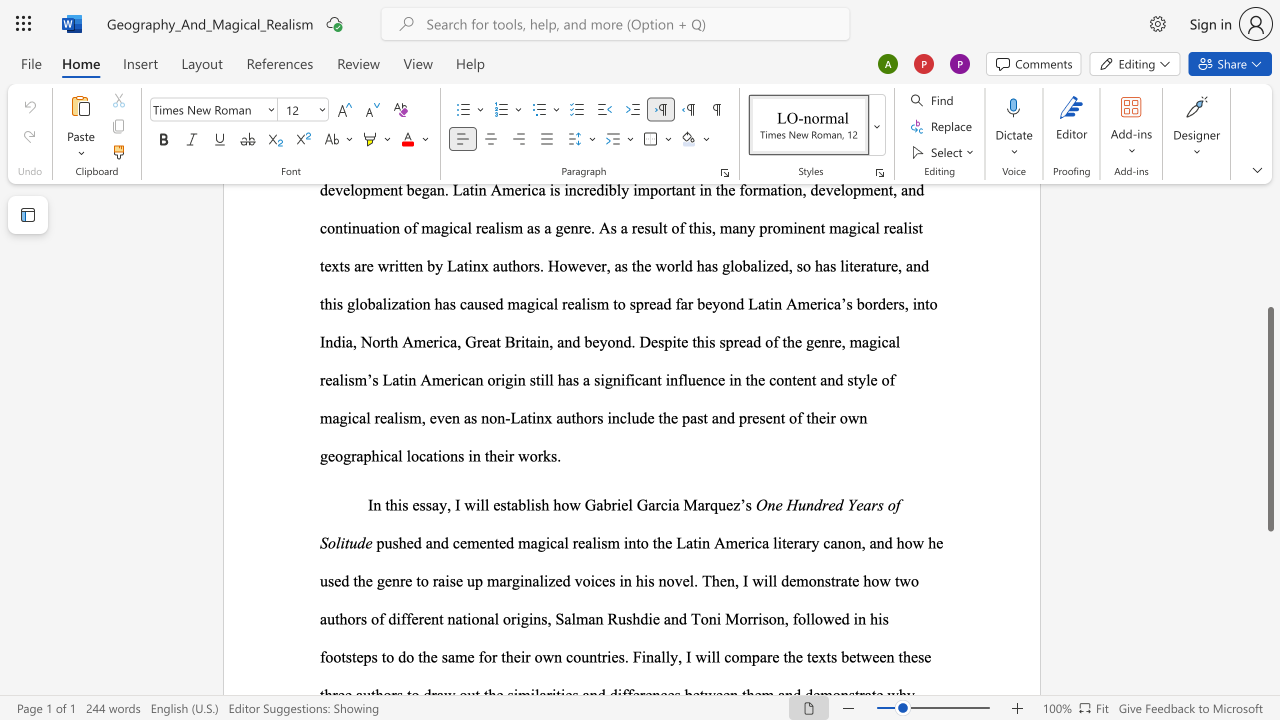 This screenshot has width=1280, height=720. What do you see at coordinates (1269, 238) in the screenshot?
I see `the right-hand scrollbar to ascend the page` at bounding box center [1269, 238].